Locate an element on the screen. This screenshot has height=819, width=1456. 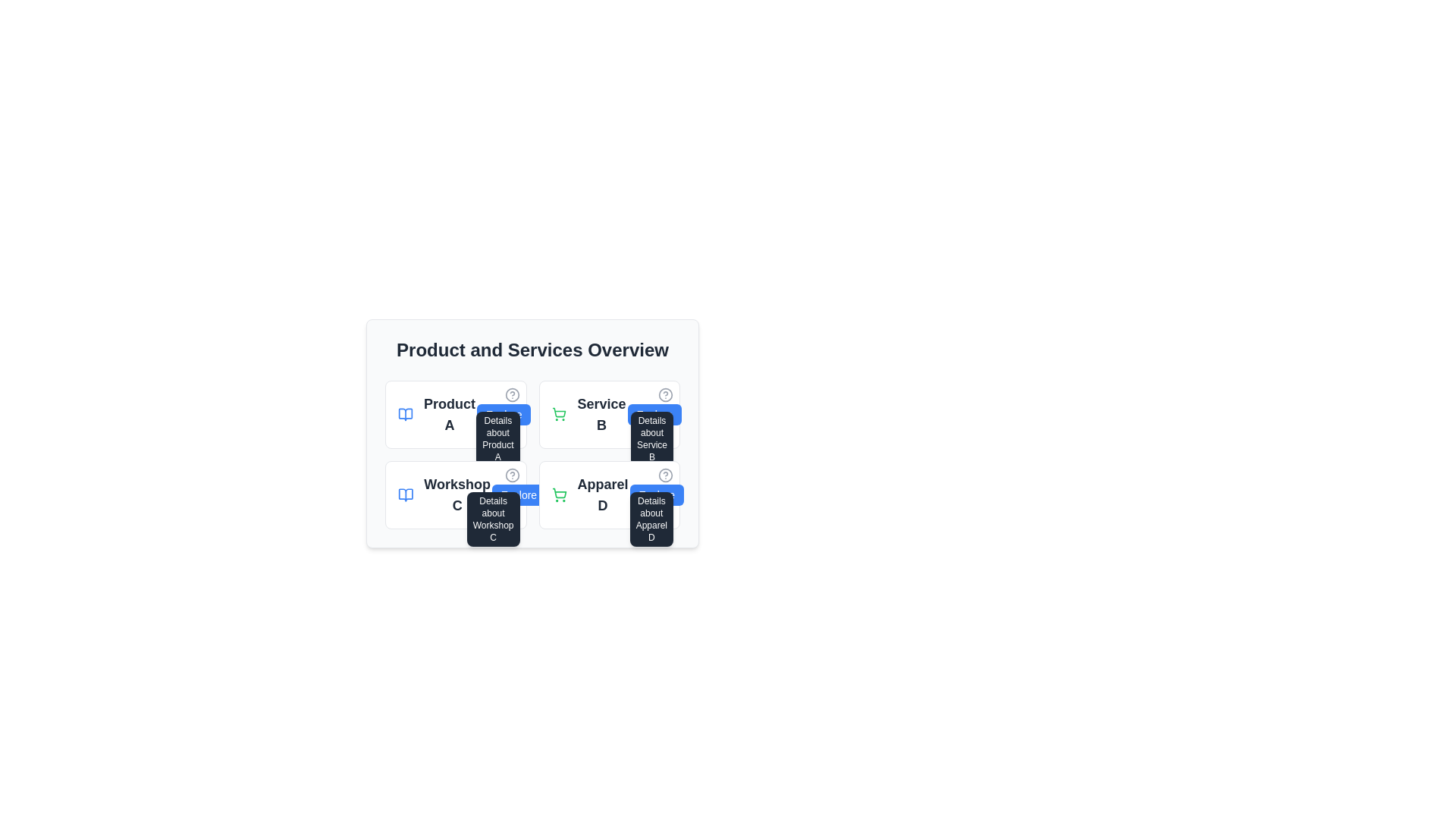
title 'Product A' displayed in the top-left quadrant of the grid-like structure, which serves as an informational display for the product is located at coordinates (436, 415).